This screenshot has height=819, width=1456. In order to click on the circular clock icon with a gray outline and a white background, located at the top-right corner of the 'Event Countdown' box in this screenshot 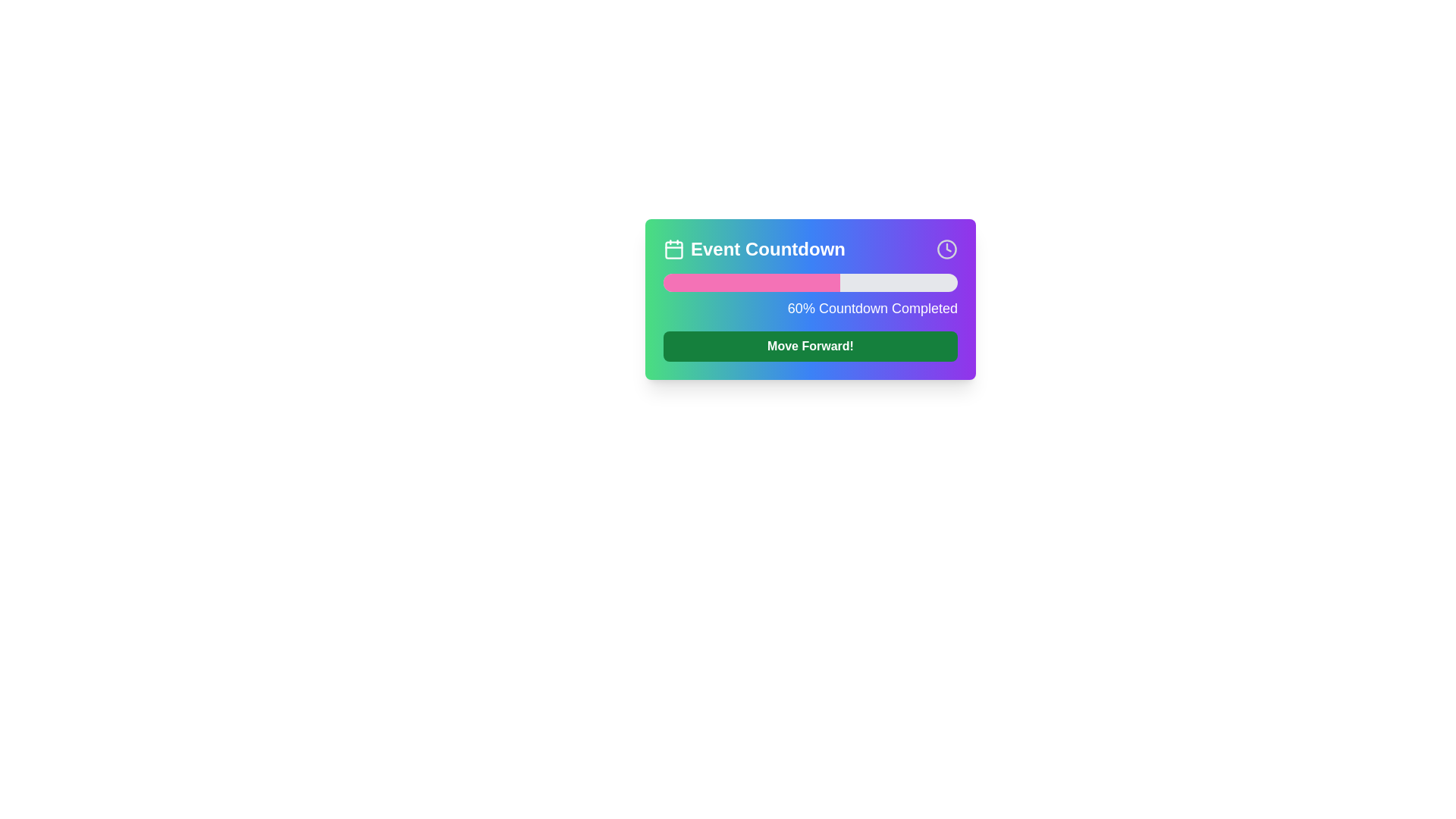, I will do `click(946, 248)`.